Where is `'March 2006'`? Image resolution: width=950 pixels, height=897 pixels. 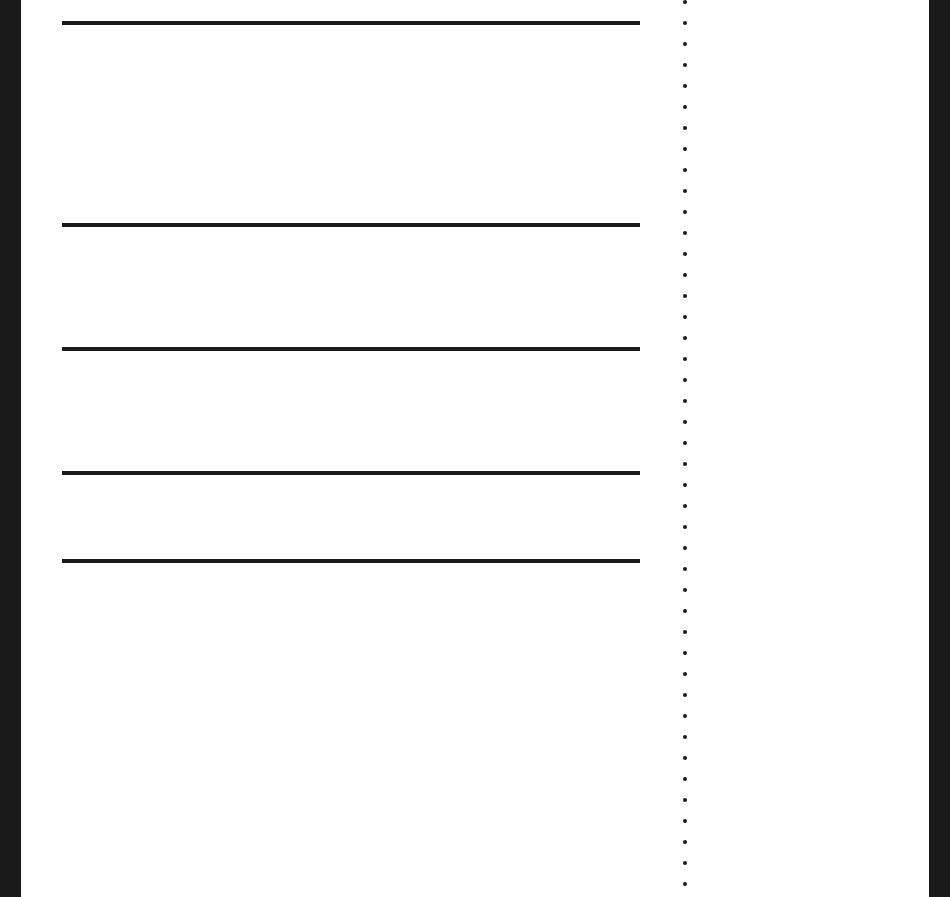 'March 2006' is located at coordinates (727, 567).